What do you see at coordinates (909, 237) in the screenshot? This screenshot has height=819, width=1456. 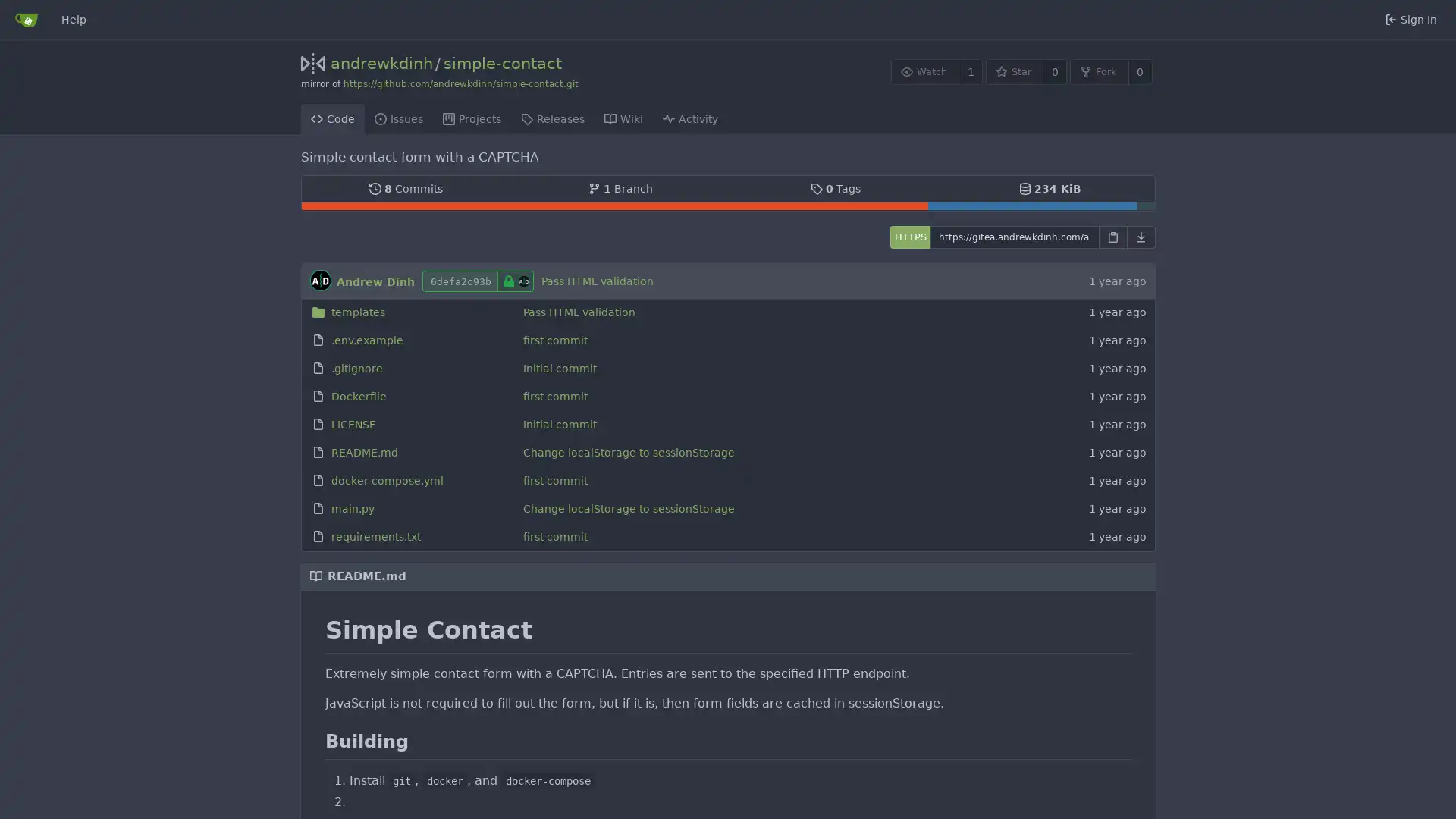 I see `HTTPS` at bounding box center [909, 237].